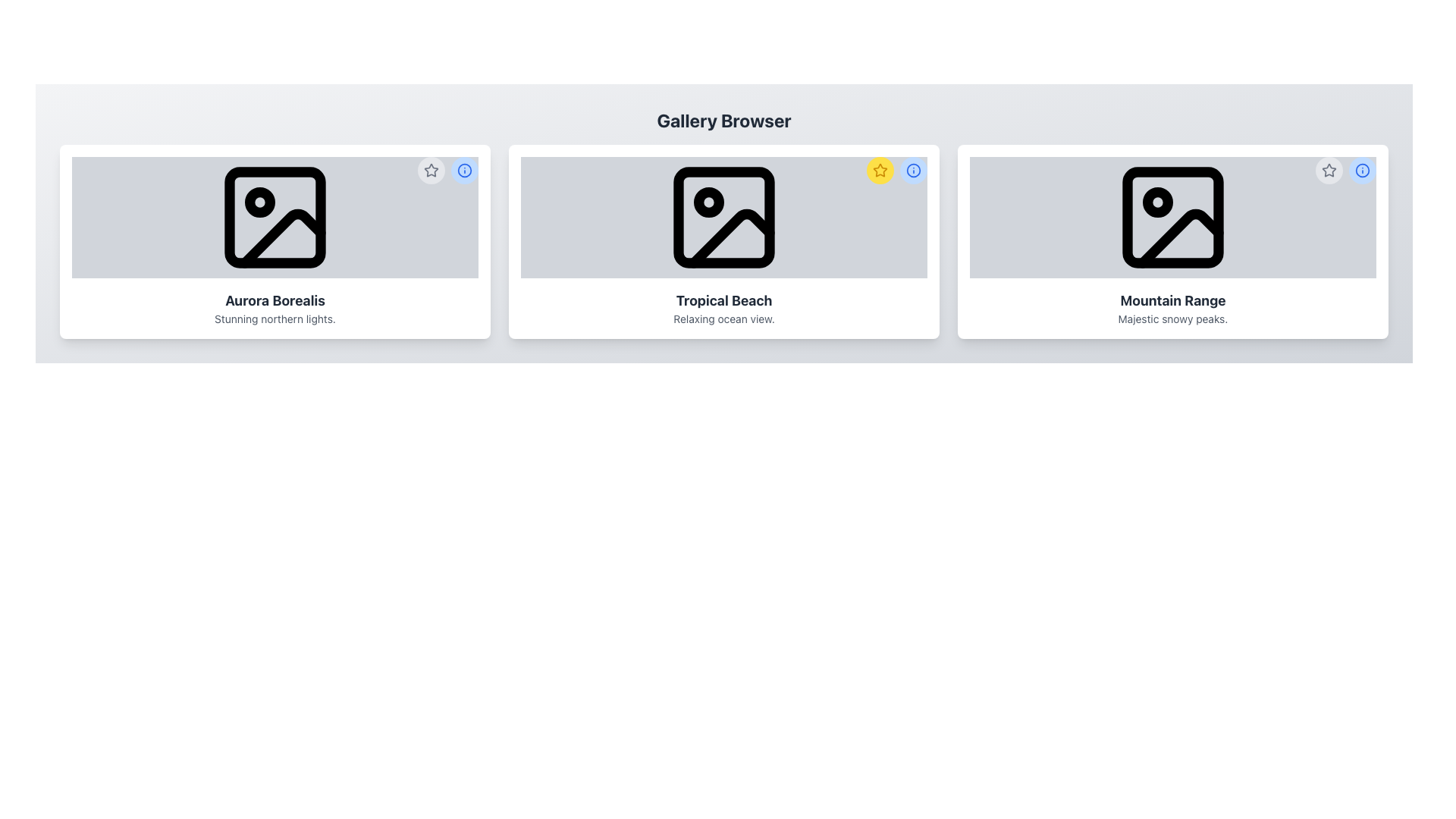 This screenshot has height=819, width=1456. Describe the element at coordinates (1172, 308) in the screenshot. I see `text content from the Text Block that contains the primary text 'Mountain Range' and the secondary text 'Majestic snowy peaks.' located at the bottom section of the rightmost card` at that location.